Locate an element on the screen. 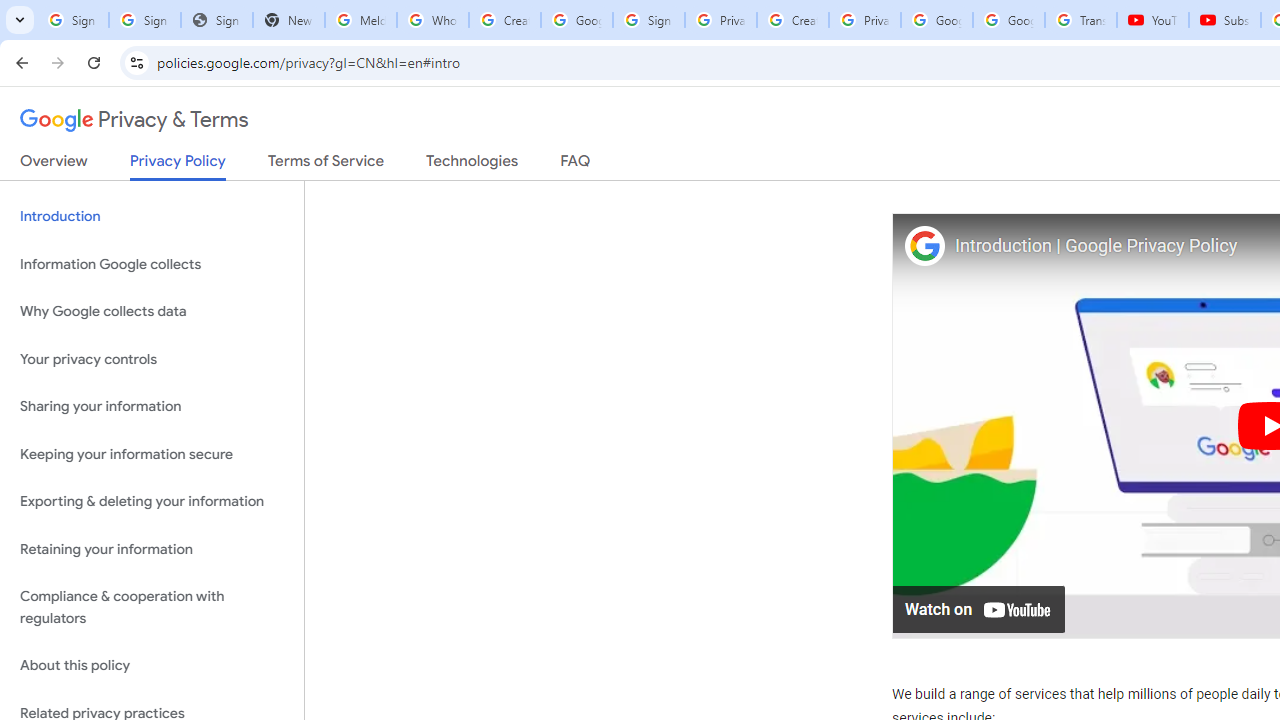 The height and width of the screenshot is (720, 1280). 'Create your Google Account' is located at coordinates (791, 20).